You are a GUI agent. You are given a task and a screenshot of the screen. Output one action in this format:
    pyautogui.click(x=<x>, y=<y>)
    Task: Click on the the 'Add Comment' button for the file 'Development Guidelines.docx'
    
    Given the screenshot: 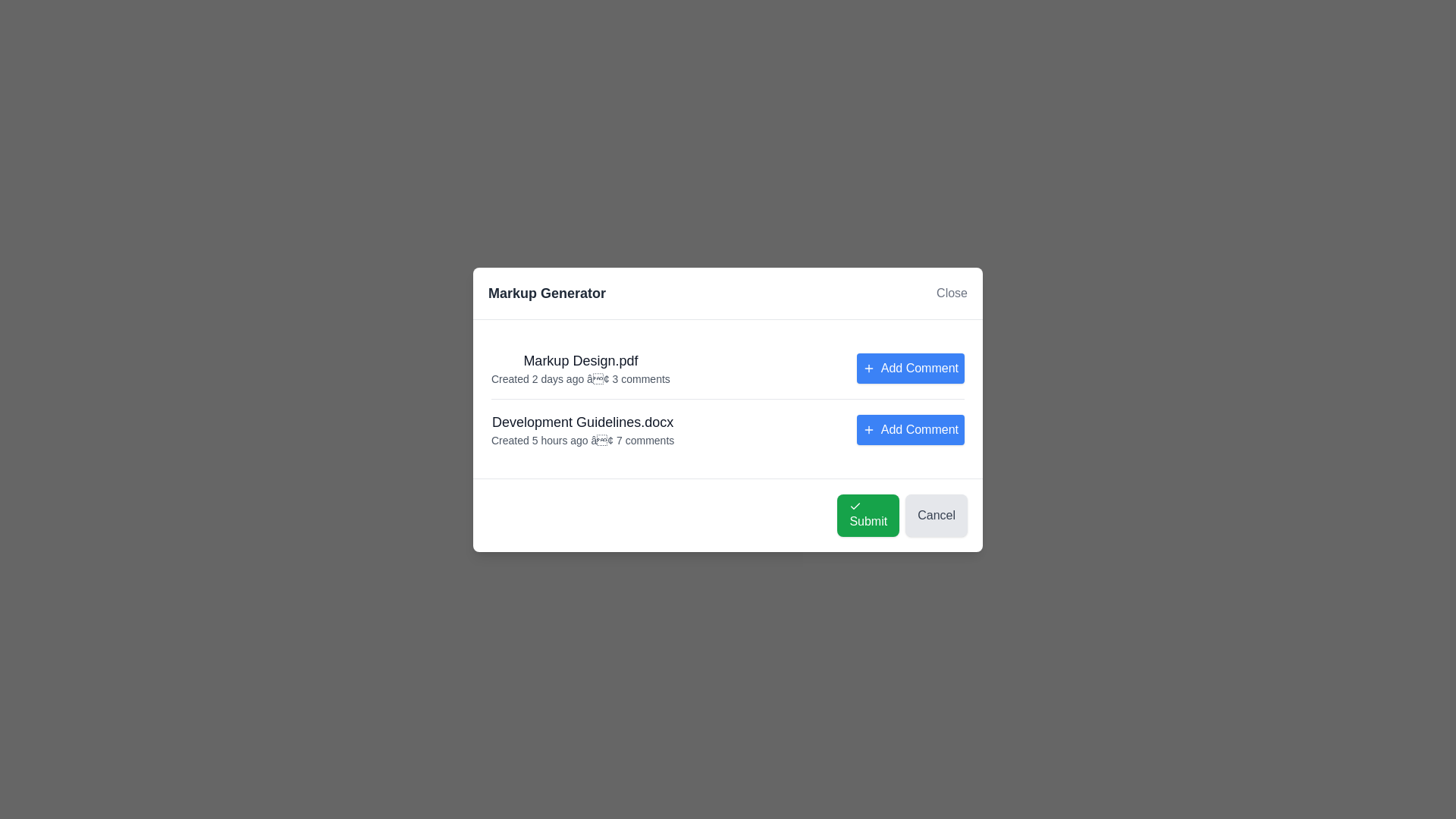 What is the action you would take?
    pyautogui.click(x=910, y=429)
    